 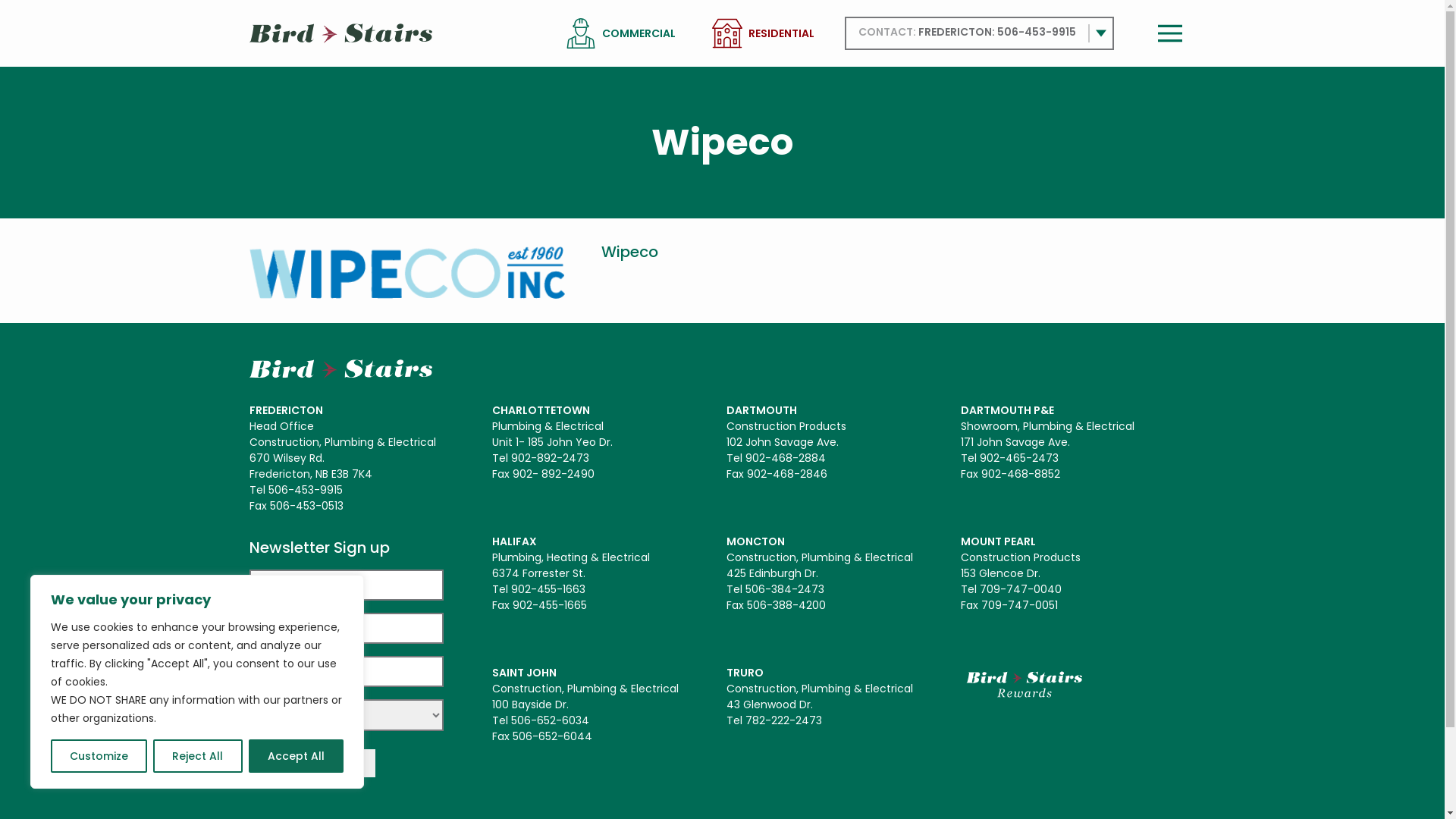 What do you see at coordinates (1035, 32) in the screenshot?
I see `'506-453-9915'` at bounding box center [1035, 32].